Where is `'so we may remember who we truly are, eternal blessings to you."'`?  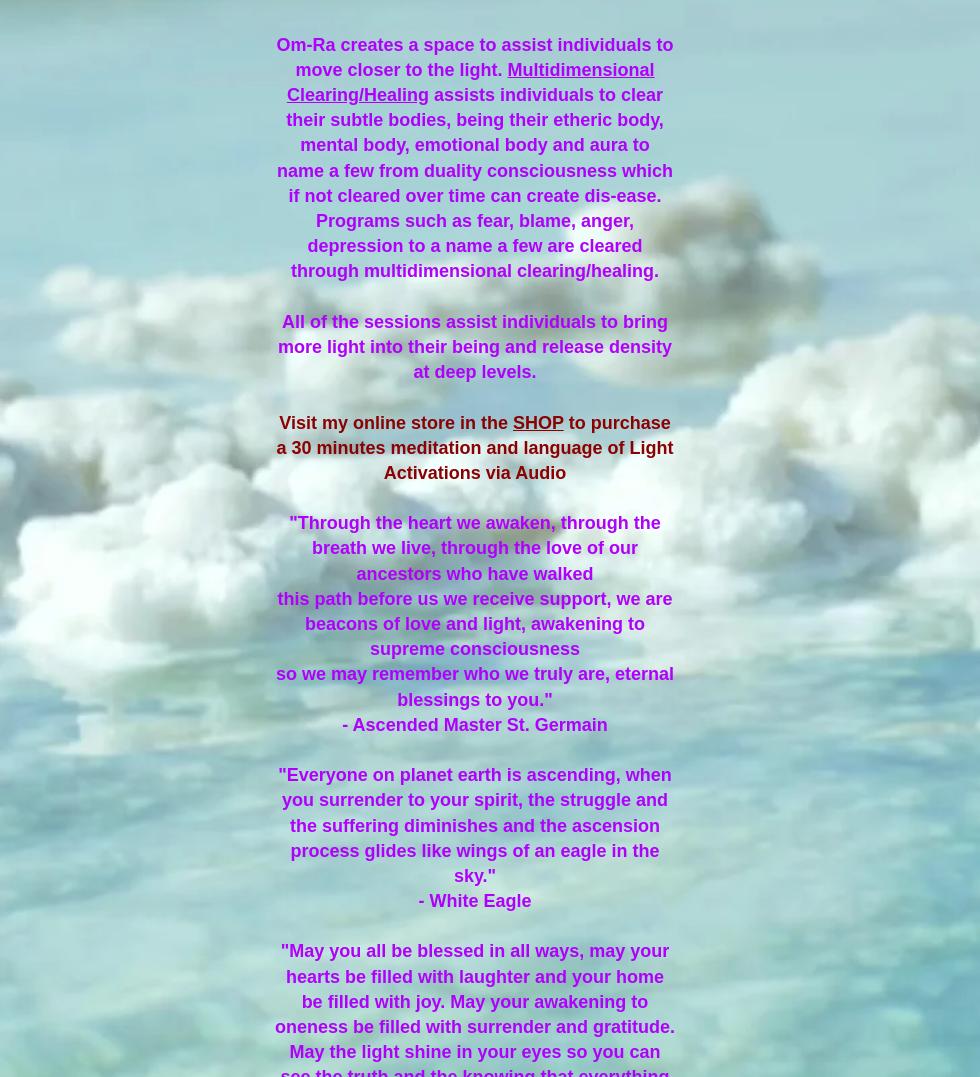
'so we may remember who we truly are, eternal blessings to you."' is located at coordinates (474, 685).